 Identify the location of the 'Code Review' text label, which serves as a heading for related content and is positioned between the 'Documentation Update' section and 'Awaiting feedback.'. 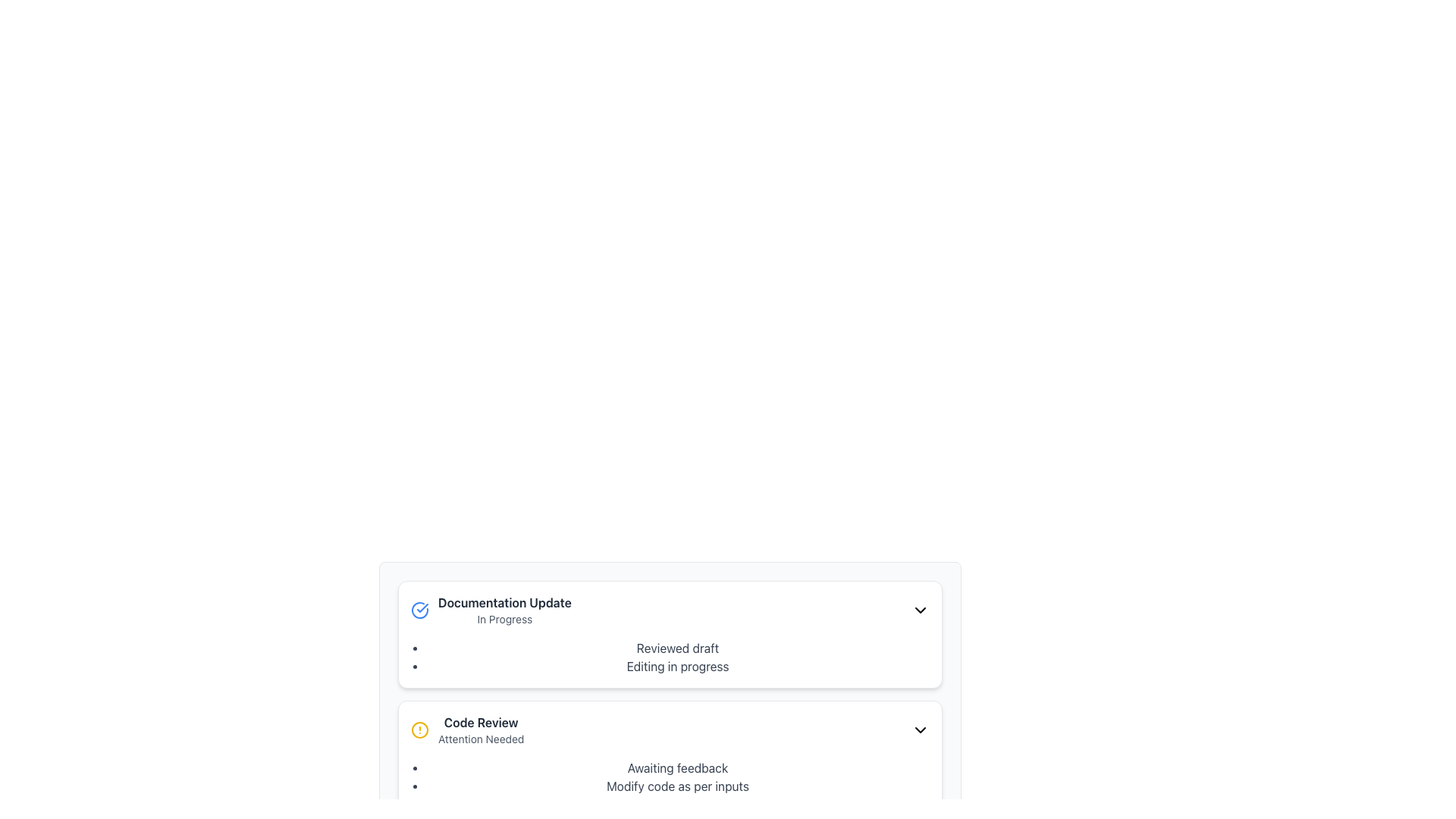
(480, 721).